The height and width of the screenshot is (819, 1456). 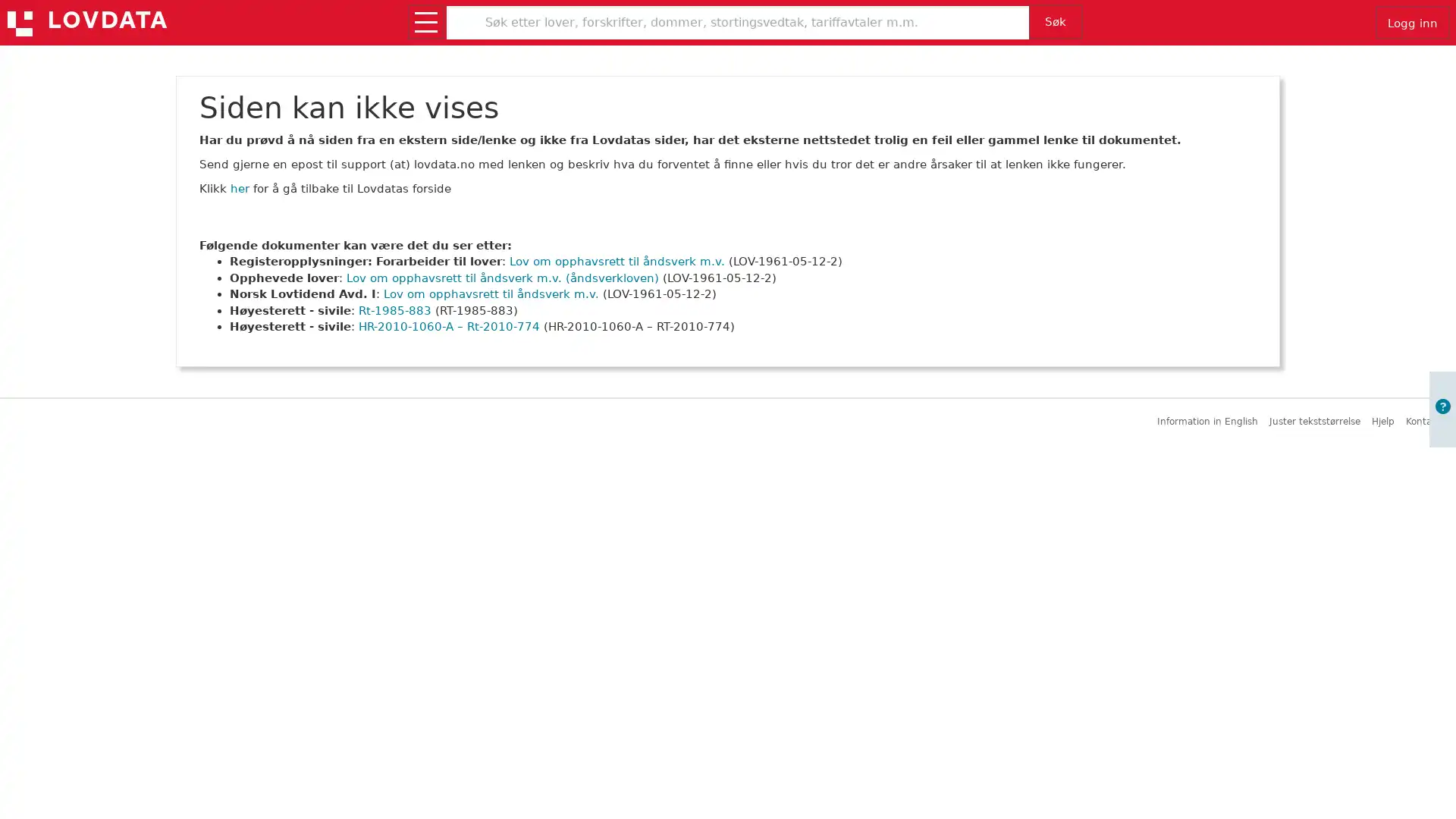 What do you see at coordinates (1441, 407) in the screenshot?
I see `Apne informasjon om brukerveiledning` at bounding box center [1441, 407].